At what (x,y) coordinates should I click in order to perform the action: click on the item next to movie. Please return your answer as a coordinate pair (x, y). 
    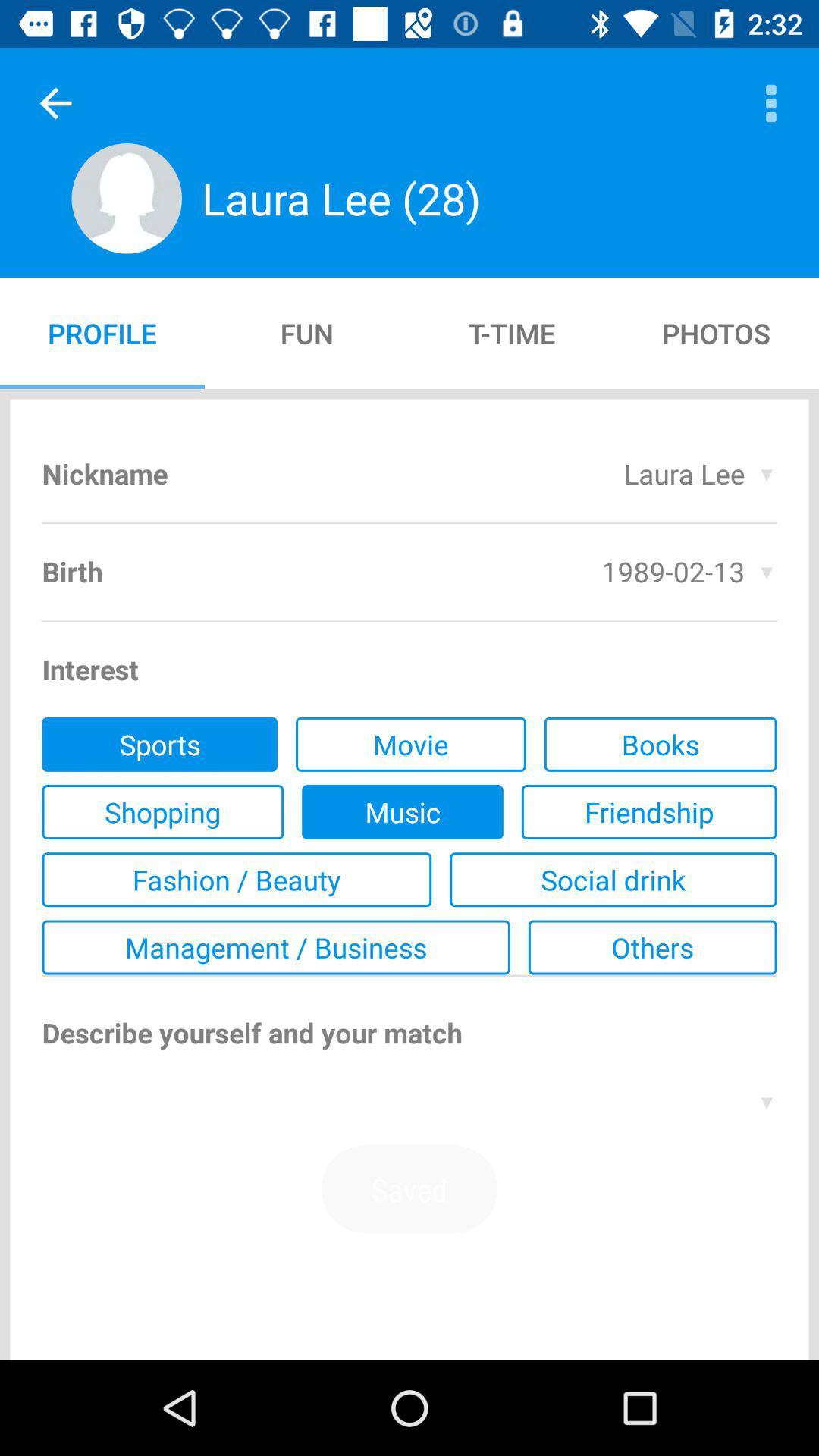
    Looking at the image, I should click on (159, 744).